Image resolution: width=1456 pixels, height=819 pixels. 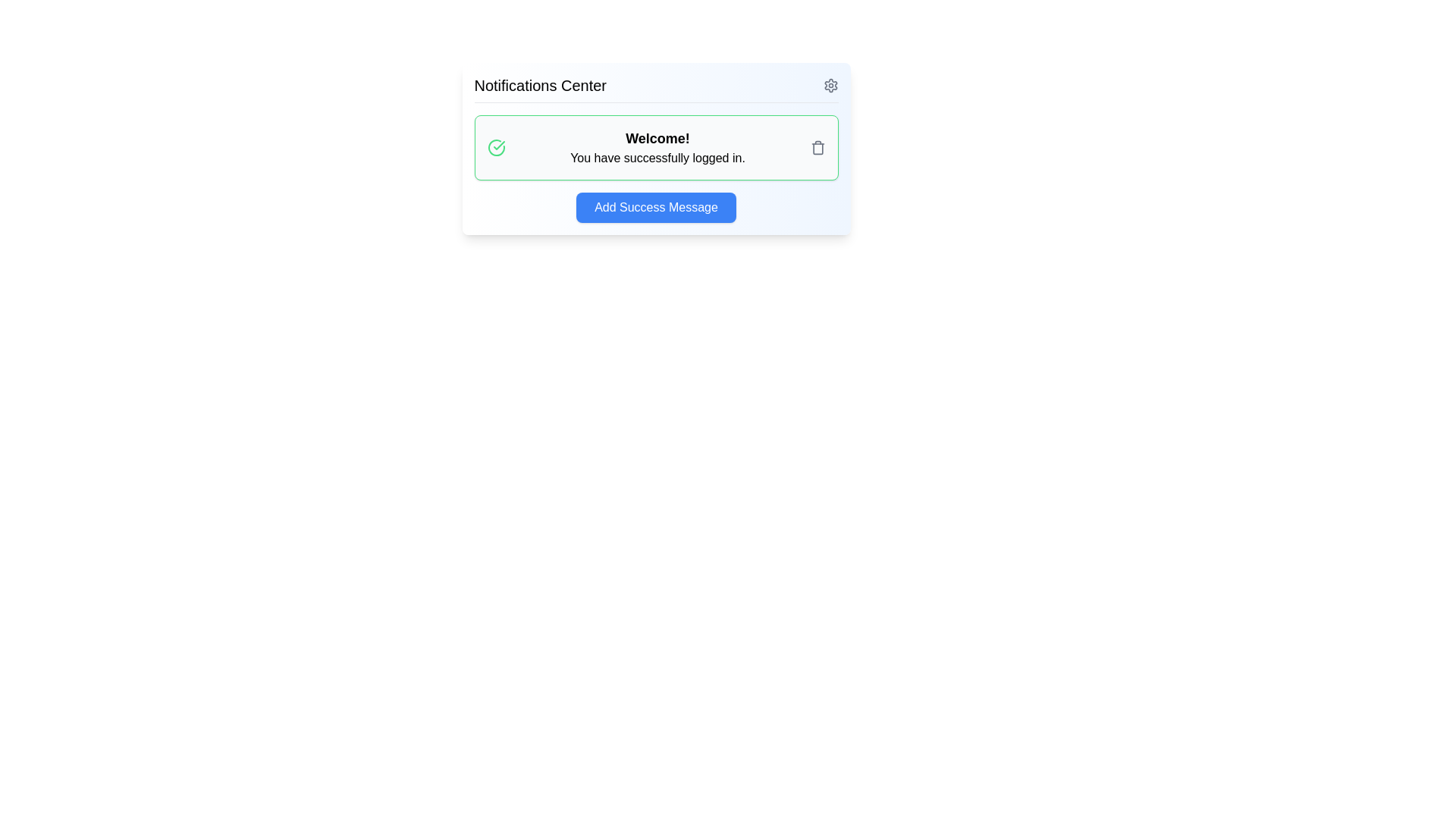 What do you see at coordinates (496, 148) in the screenshot?
I see `the success icon located to the left of the notification message, adjacent to the title 'Welcome!' and the text 'You have successfully logged in.'` at bounding box center [496, 148].